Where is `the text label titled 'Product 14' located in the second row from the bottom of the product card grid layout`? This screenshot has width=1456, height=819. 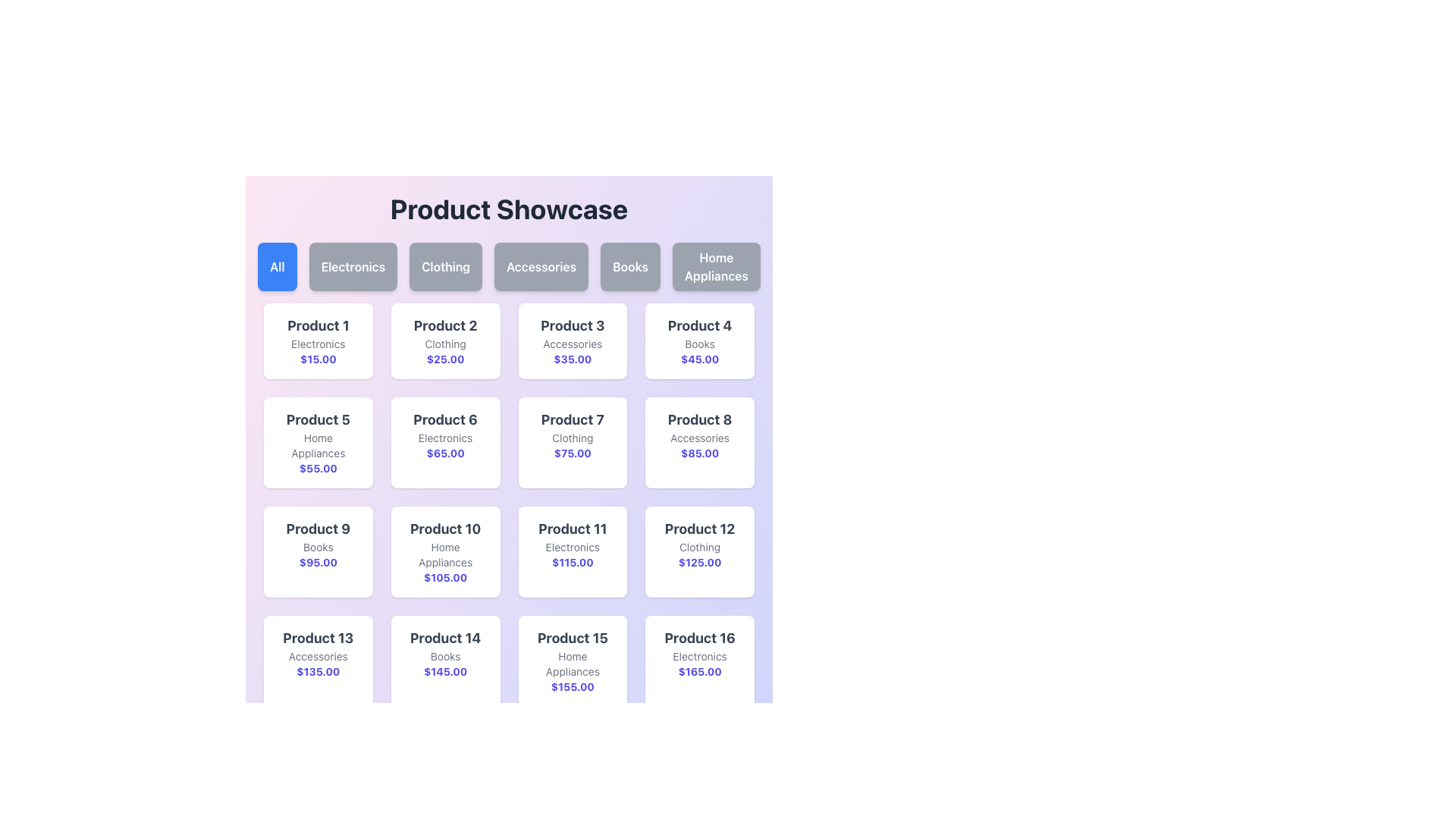
the text label titled 'Product 14' located in the second row from the bottom of the product card grid layout is located at coordinates (444, 638).